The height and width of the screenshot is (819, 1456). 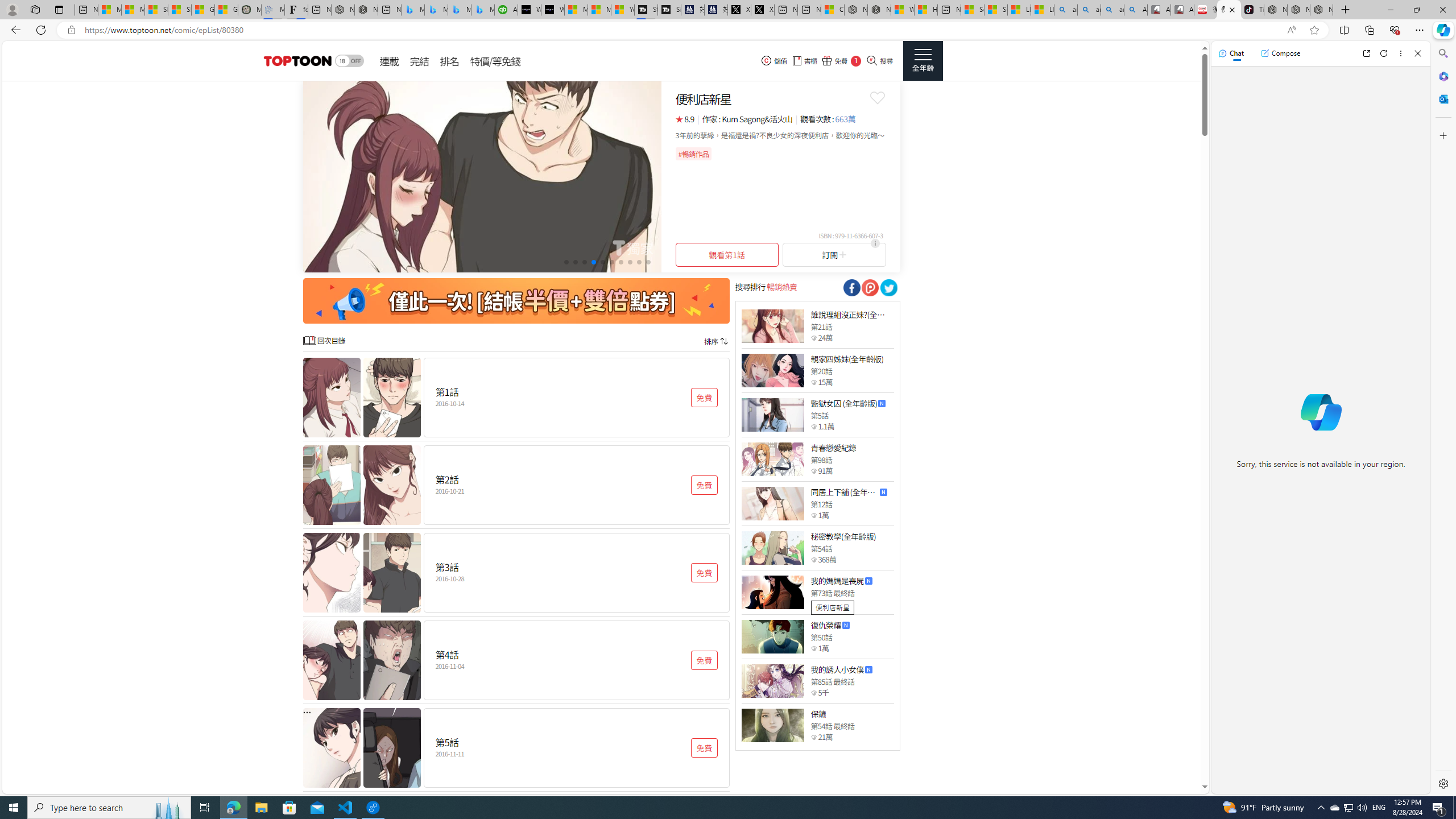 I want to click on 'Class: swiper-slide swiper-slide-next', so click(x=482, y=176).